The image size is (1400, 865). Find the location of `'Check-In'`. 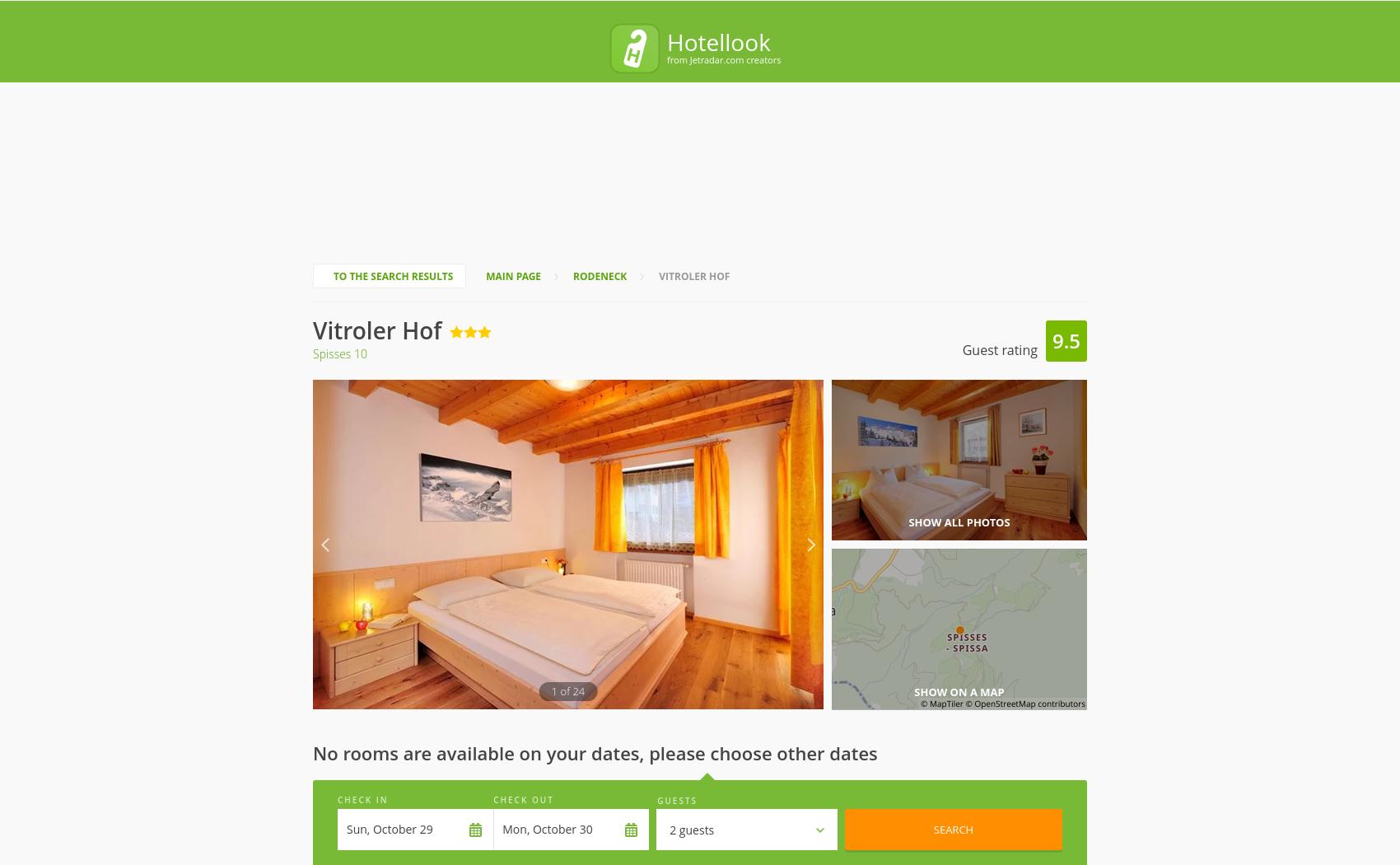

'Check-In' is located at coordinates (520, 435).